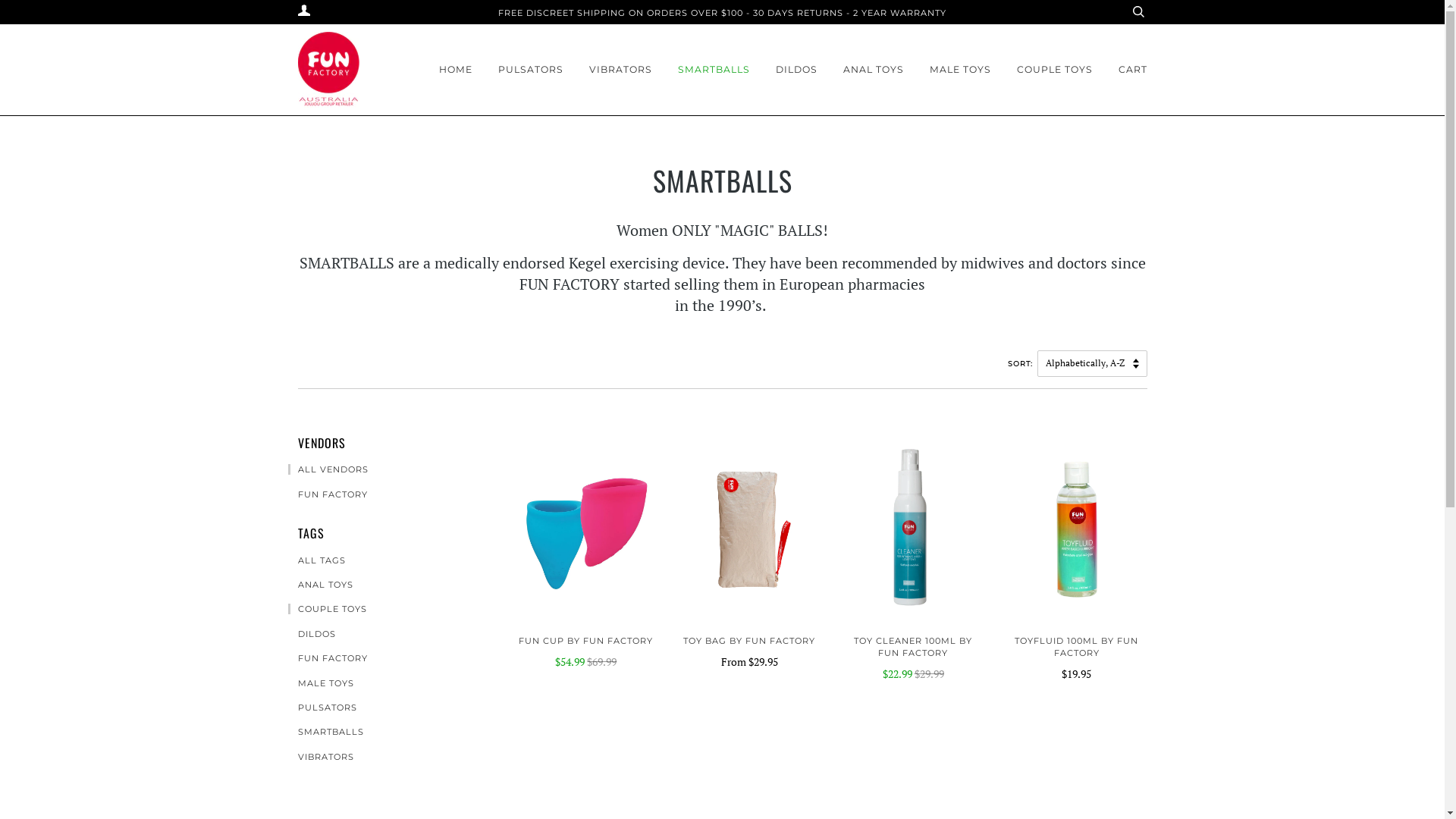 This screenshot has height=819, width=1456. I want to click on 'VIBRATORS', so click(620, 70).